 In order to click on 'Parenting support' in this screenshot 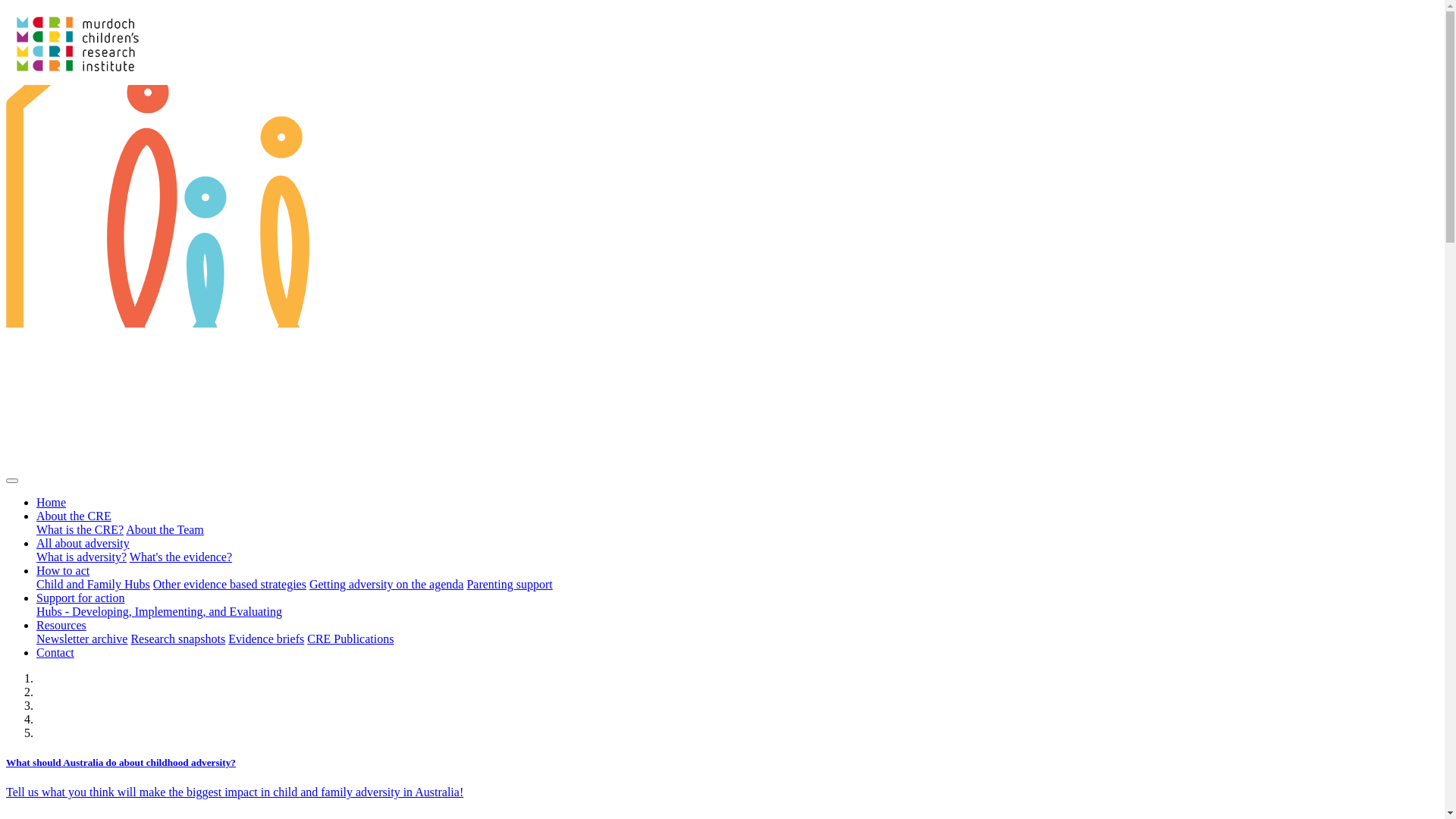, I will do `click(465, 583)`.